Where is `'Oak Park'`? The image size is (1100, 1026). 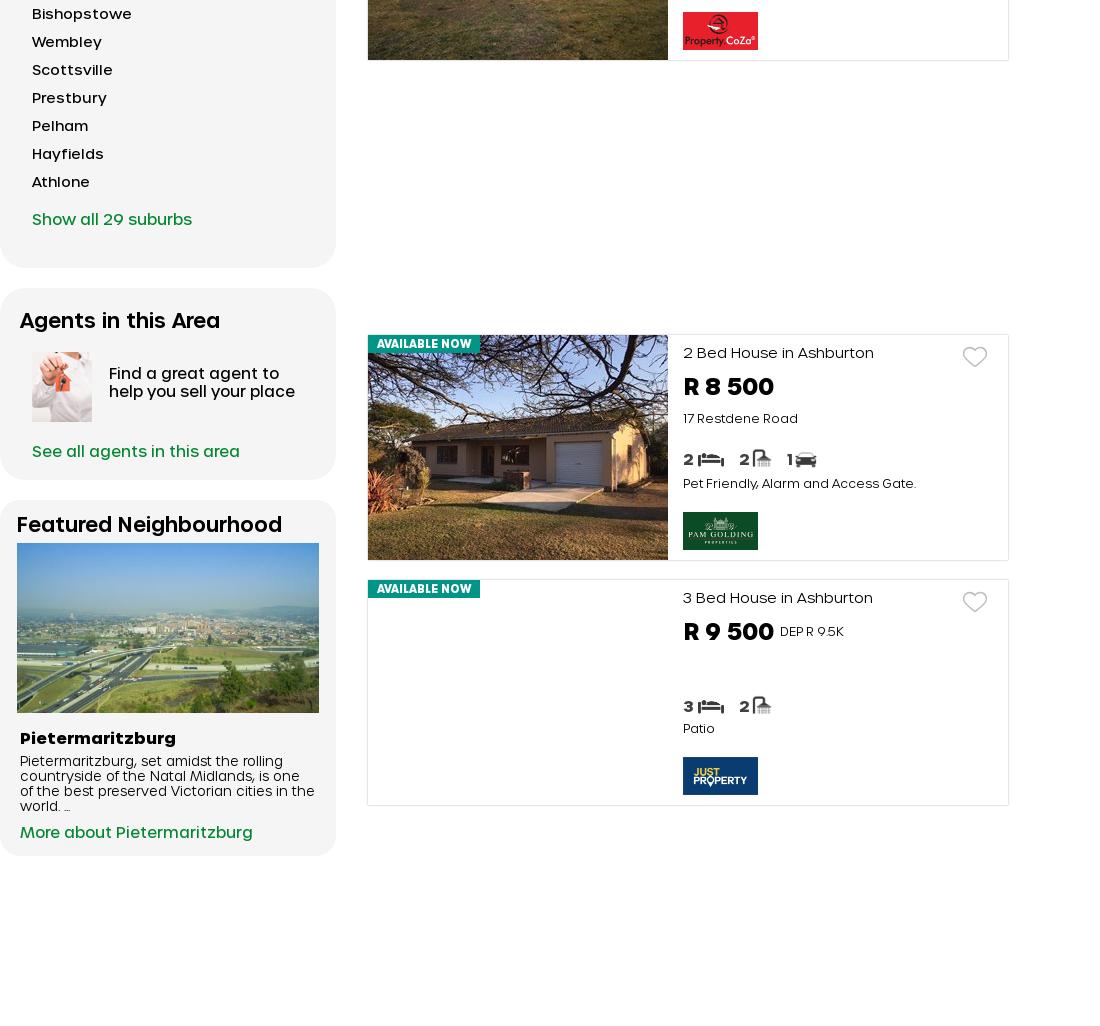 'Oak Park' is located at coordinates (64, 572).